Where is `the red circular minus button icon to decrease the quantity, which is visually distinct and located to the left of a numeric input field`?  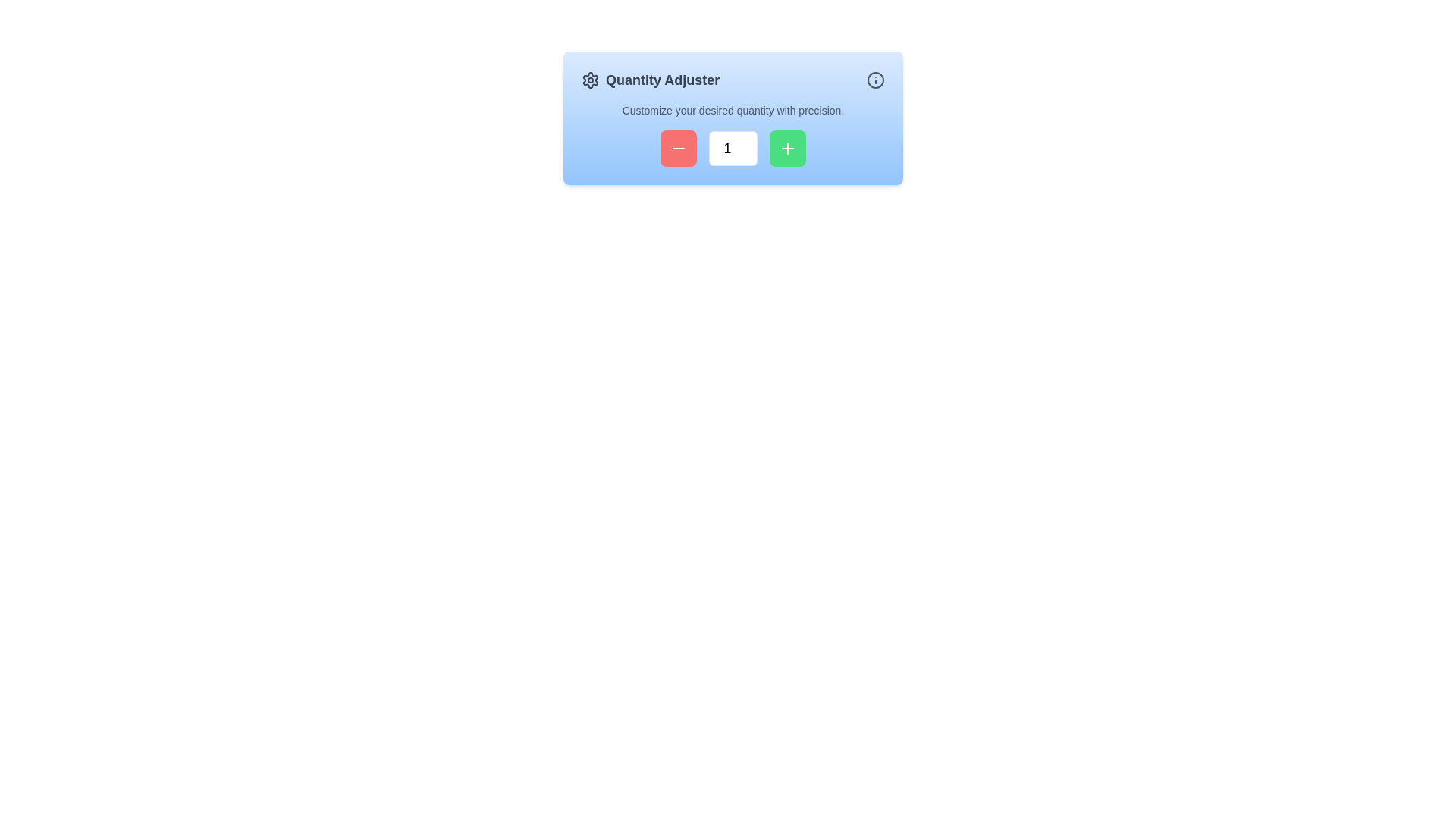 the red circular minus button icon to decrease the quantity, which is visually distinct and located to the left of a numeric input field is located at coordinates (677, 149).